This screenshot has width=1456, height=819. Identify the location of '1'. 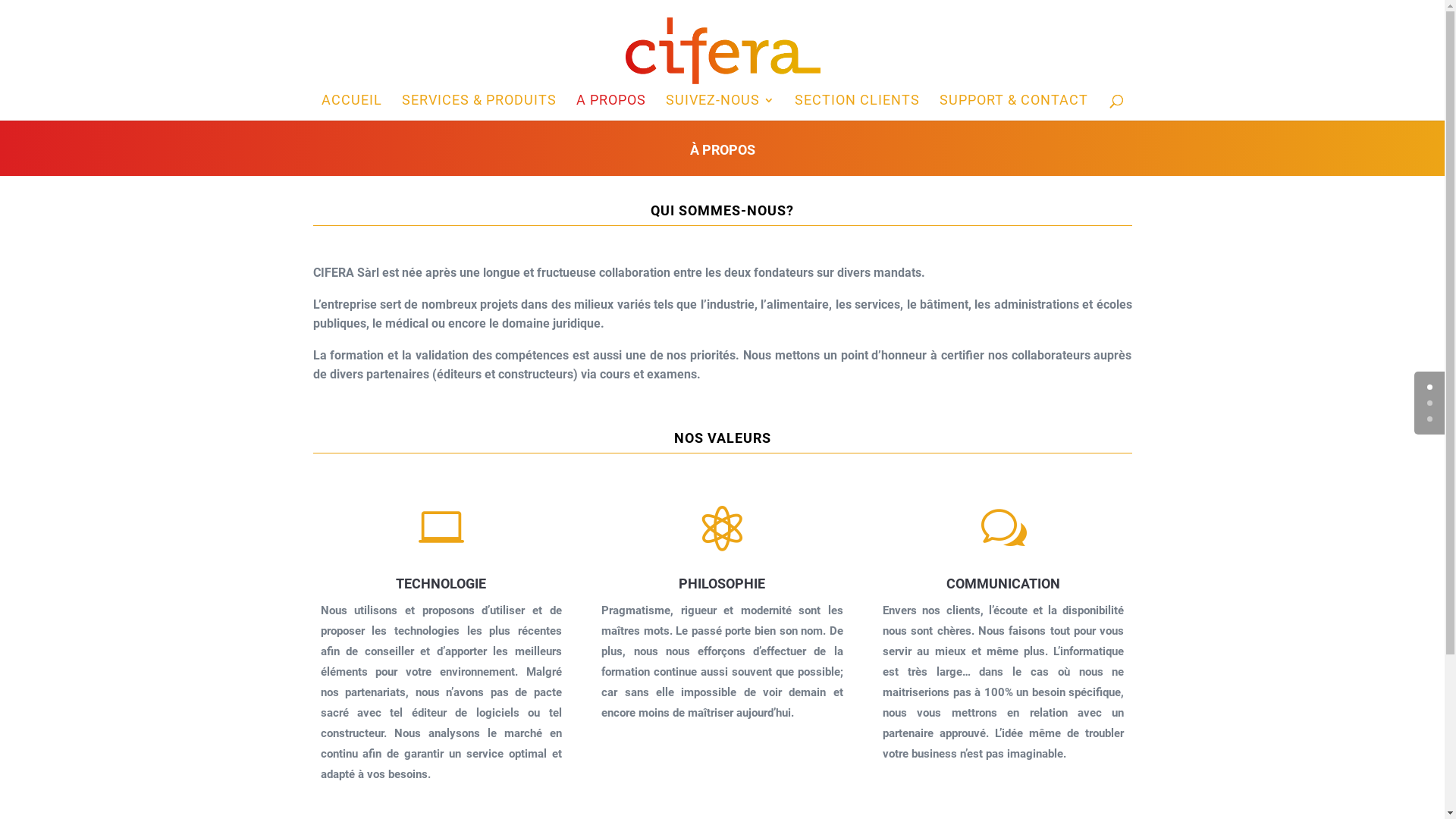
(1429, 402).